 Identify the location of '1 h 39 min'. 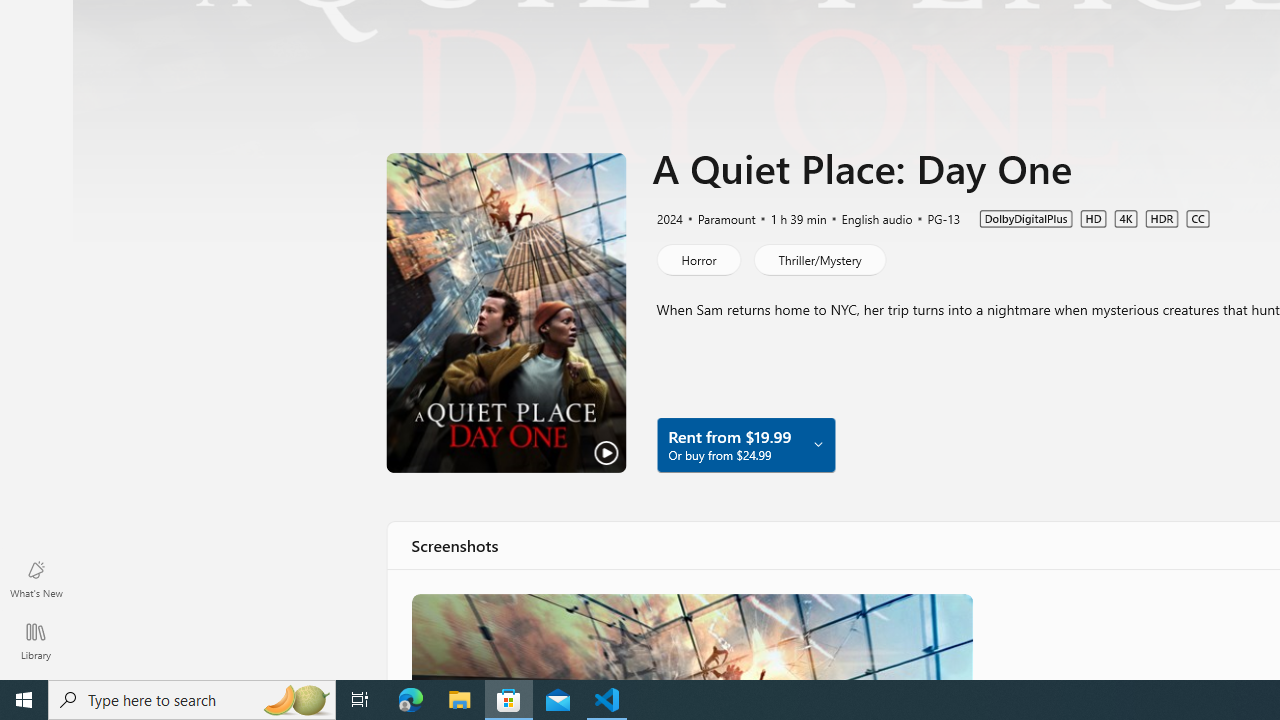
(789, 218).